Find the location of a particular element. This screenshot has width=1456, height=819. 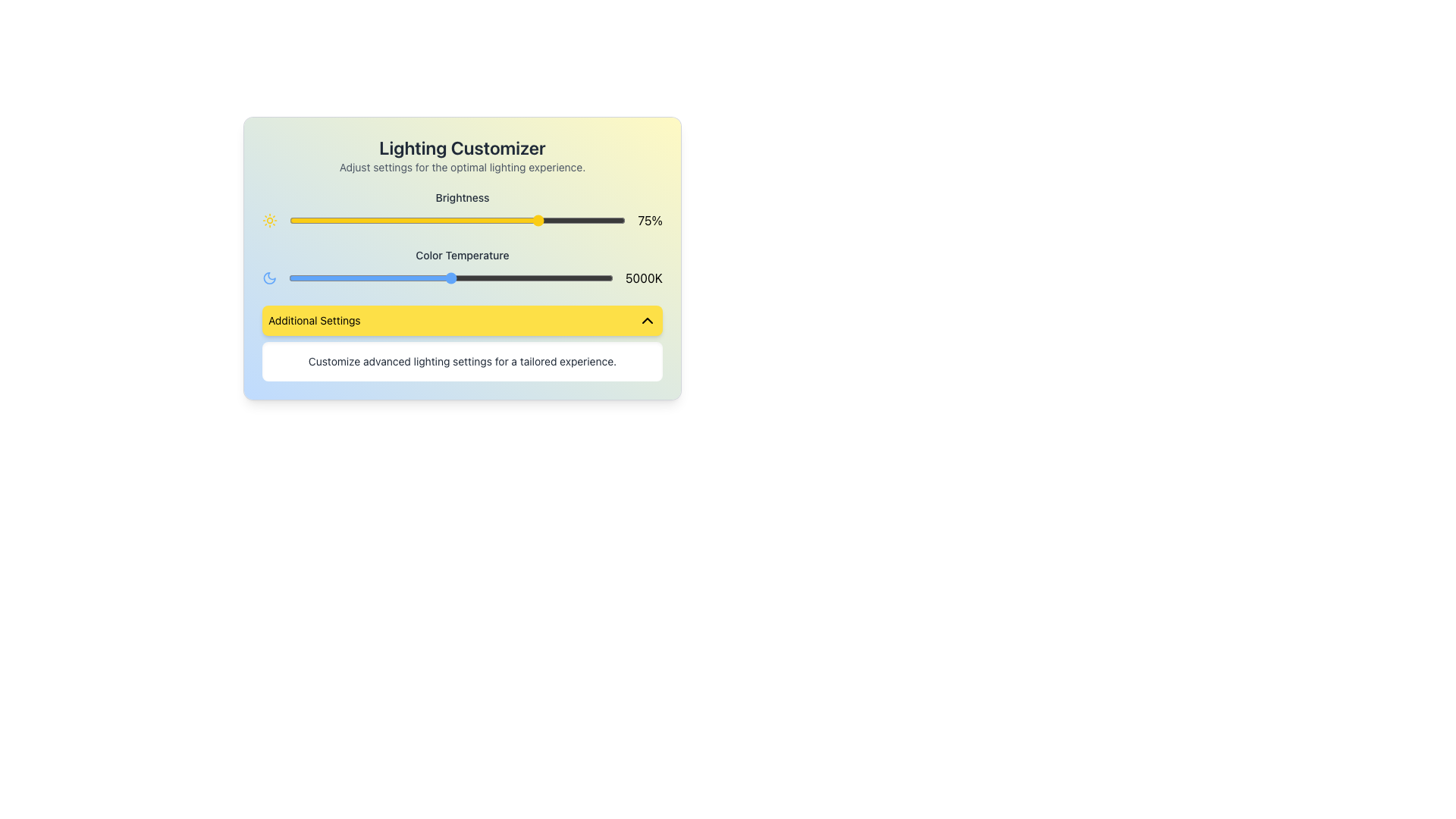

brightness is located at coordinates (353, 220).